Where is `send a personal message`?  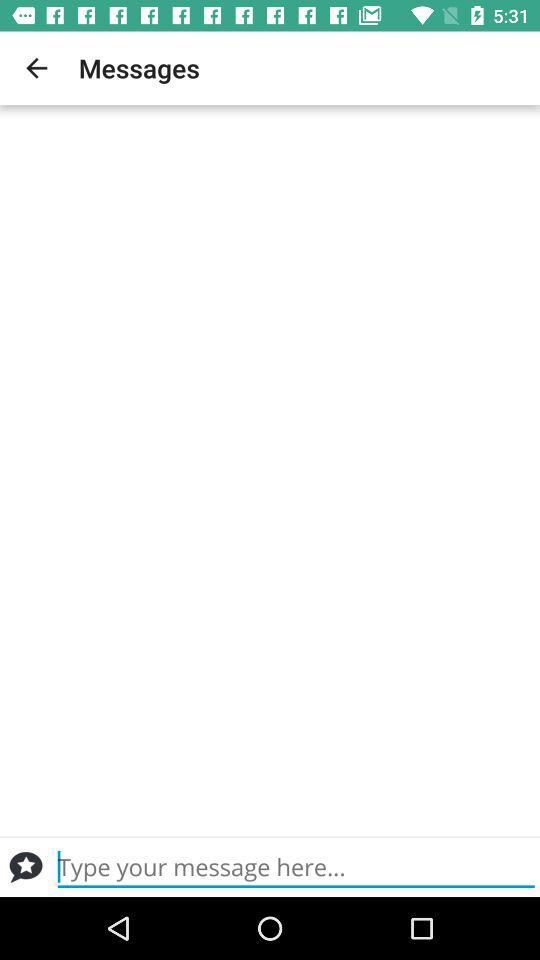 send a personal message is located at coordinates (295, 866).